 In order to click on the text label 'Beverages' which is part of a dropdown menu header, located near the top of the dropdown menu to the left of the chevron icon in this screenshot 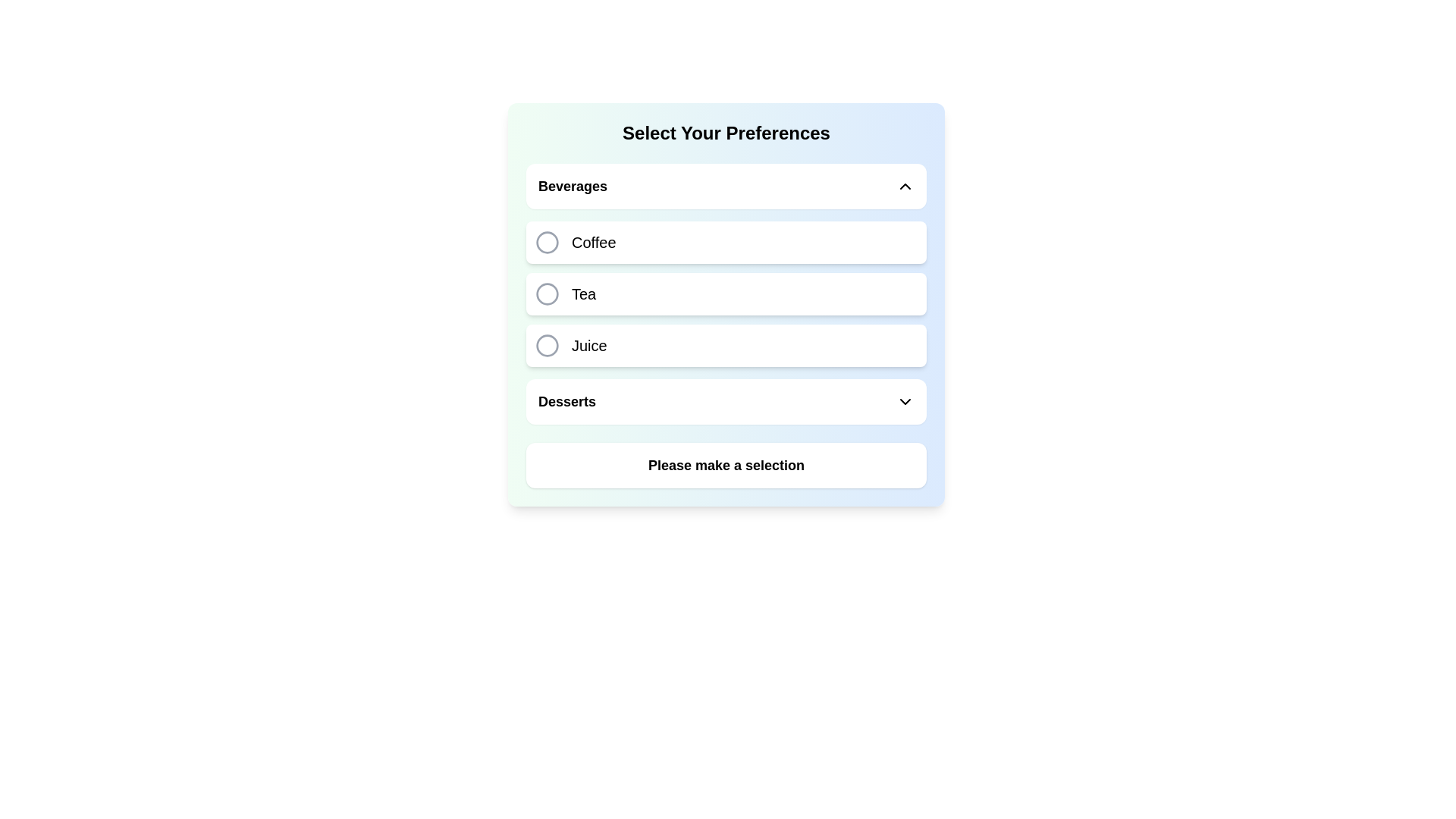, I will do `click(572, 186)`.